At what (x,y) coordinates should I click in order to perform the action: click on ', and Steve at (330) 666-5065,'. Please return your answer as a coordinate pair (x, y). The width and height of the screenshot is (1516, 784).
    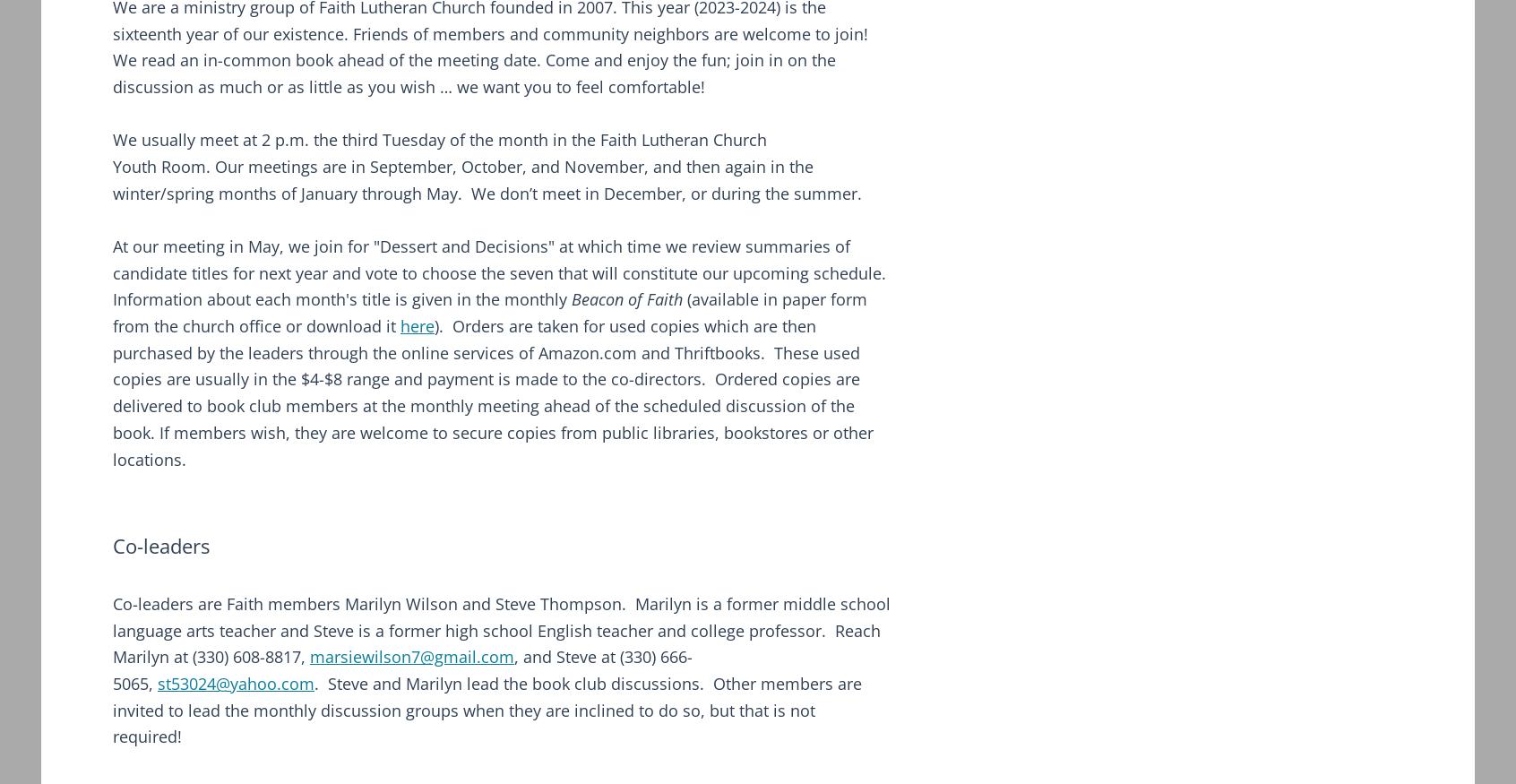
    Looking at the image, I should click on (401, 670).